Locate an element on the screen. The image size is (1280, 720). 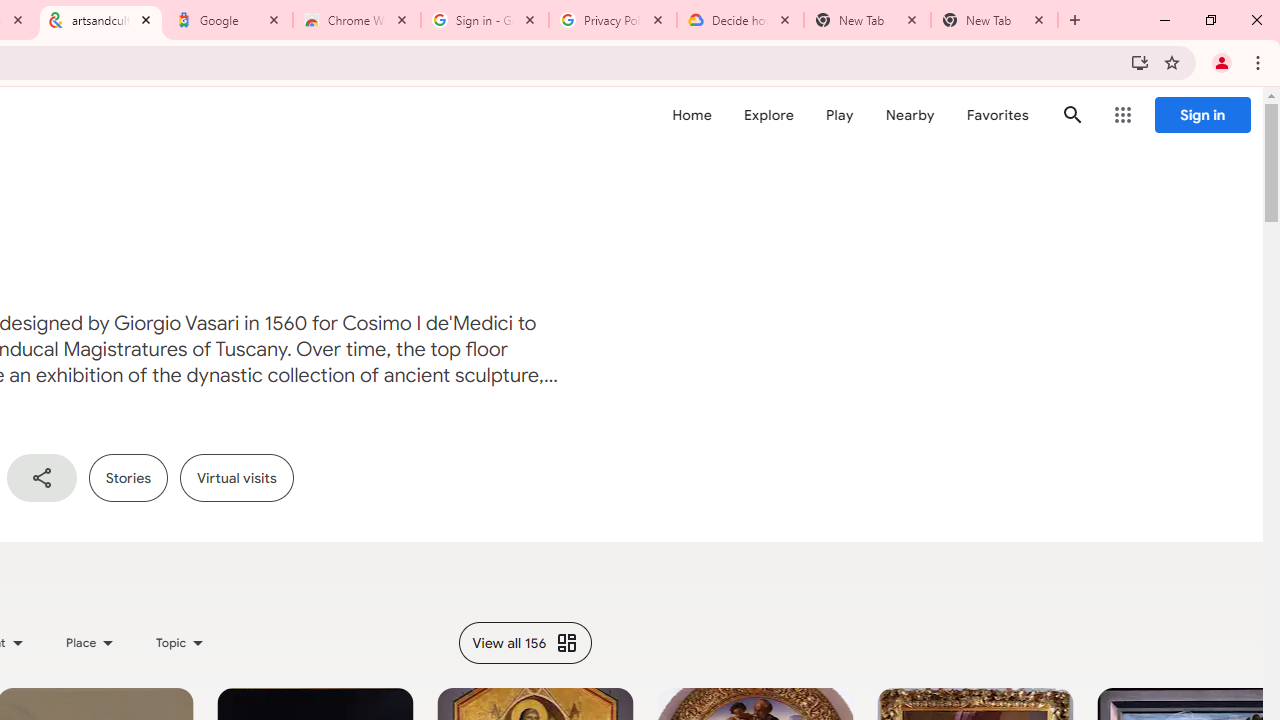
'Place' is located at coordinates (89, 642).